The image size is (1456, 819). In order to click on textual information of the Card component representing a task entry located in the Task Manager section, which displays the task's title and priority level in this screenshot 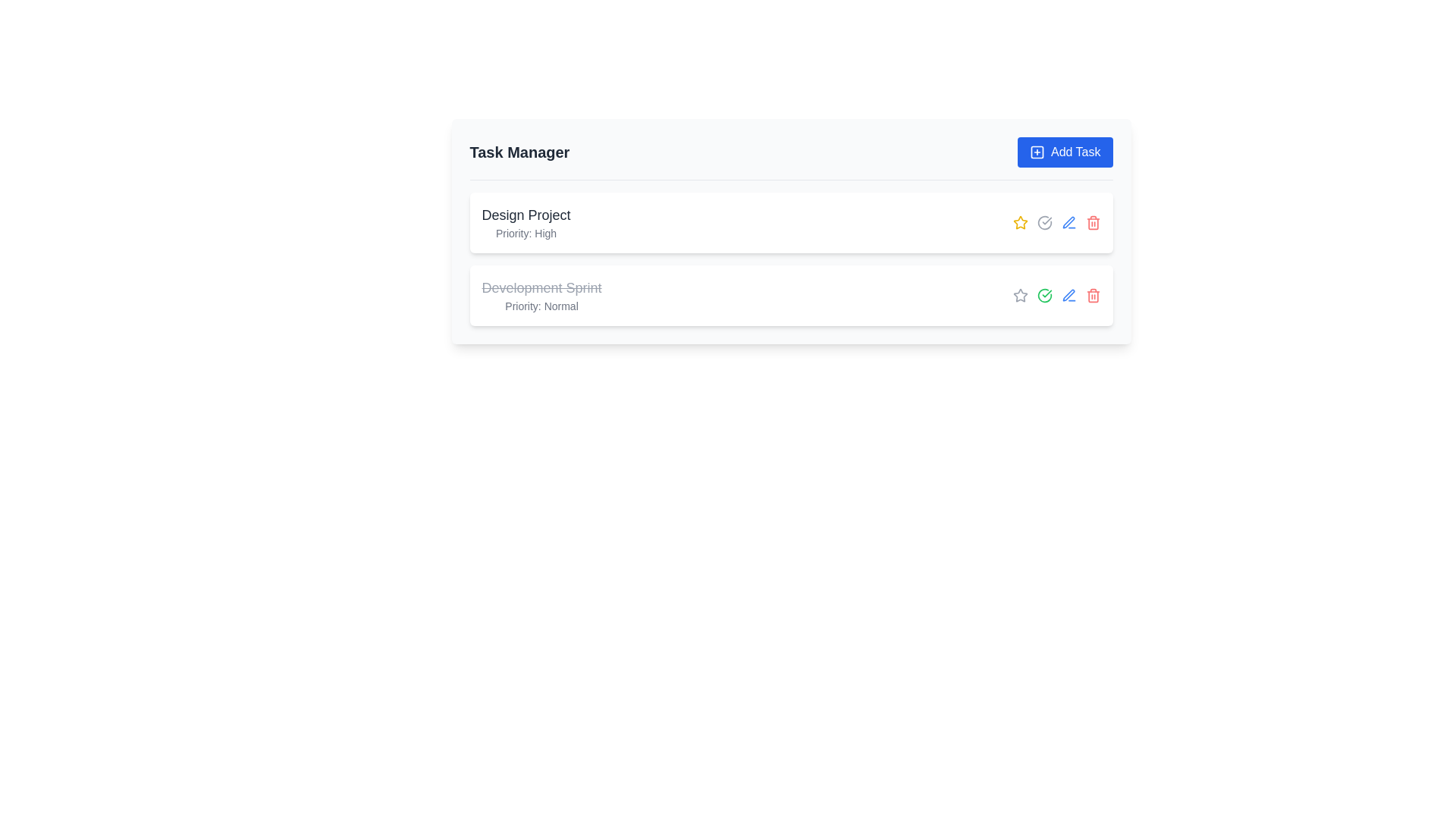, I will do `click(790, 231)`.